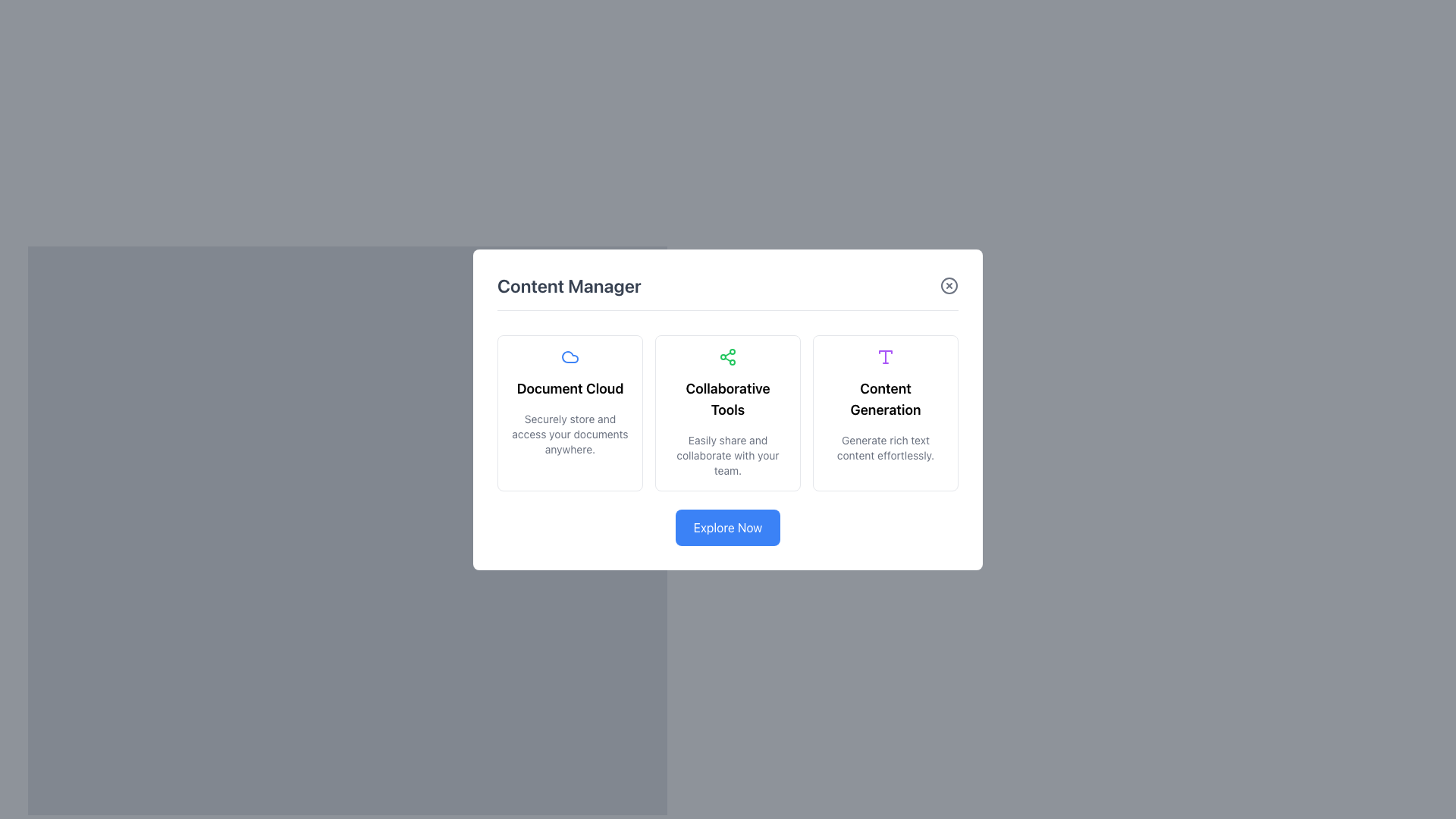 The width and height of the screenshot is (1456, 819). Describe the element at coordinates (570, 356) in the screenshot. I see `the cloud icon representing the 'Document Cloud' card, which is the first card in a horizontal arrangement of three cards` at that location.